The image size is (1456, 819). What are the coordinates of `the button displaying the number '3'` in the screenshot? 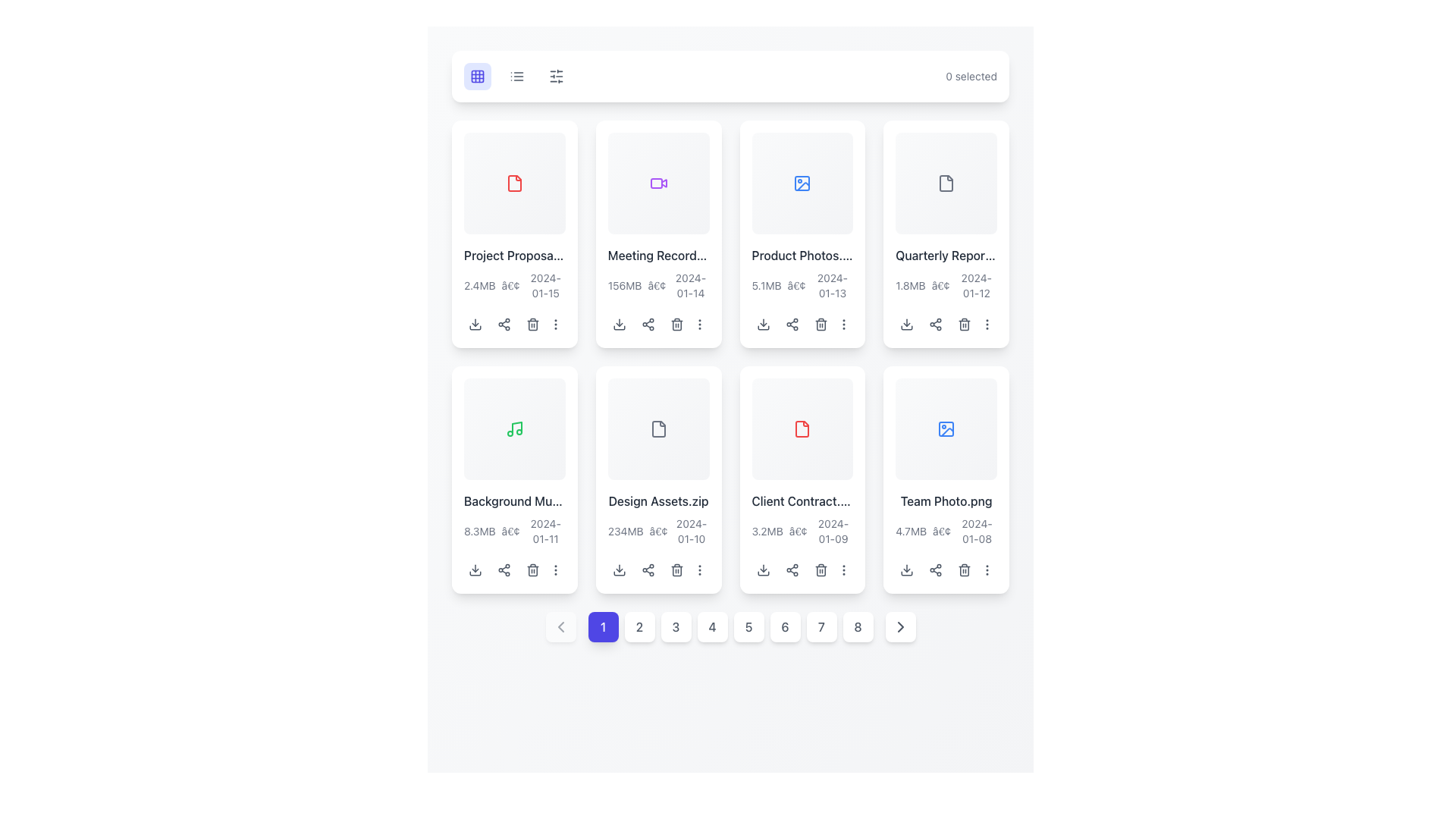 It's located at (675, 626).